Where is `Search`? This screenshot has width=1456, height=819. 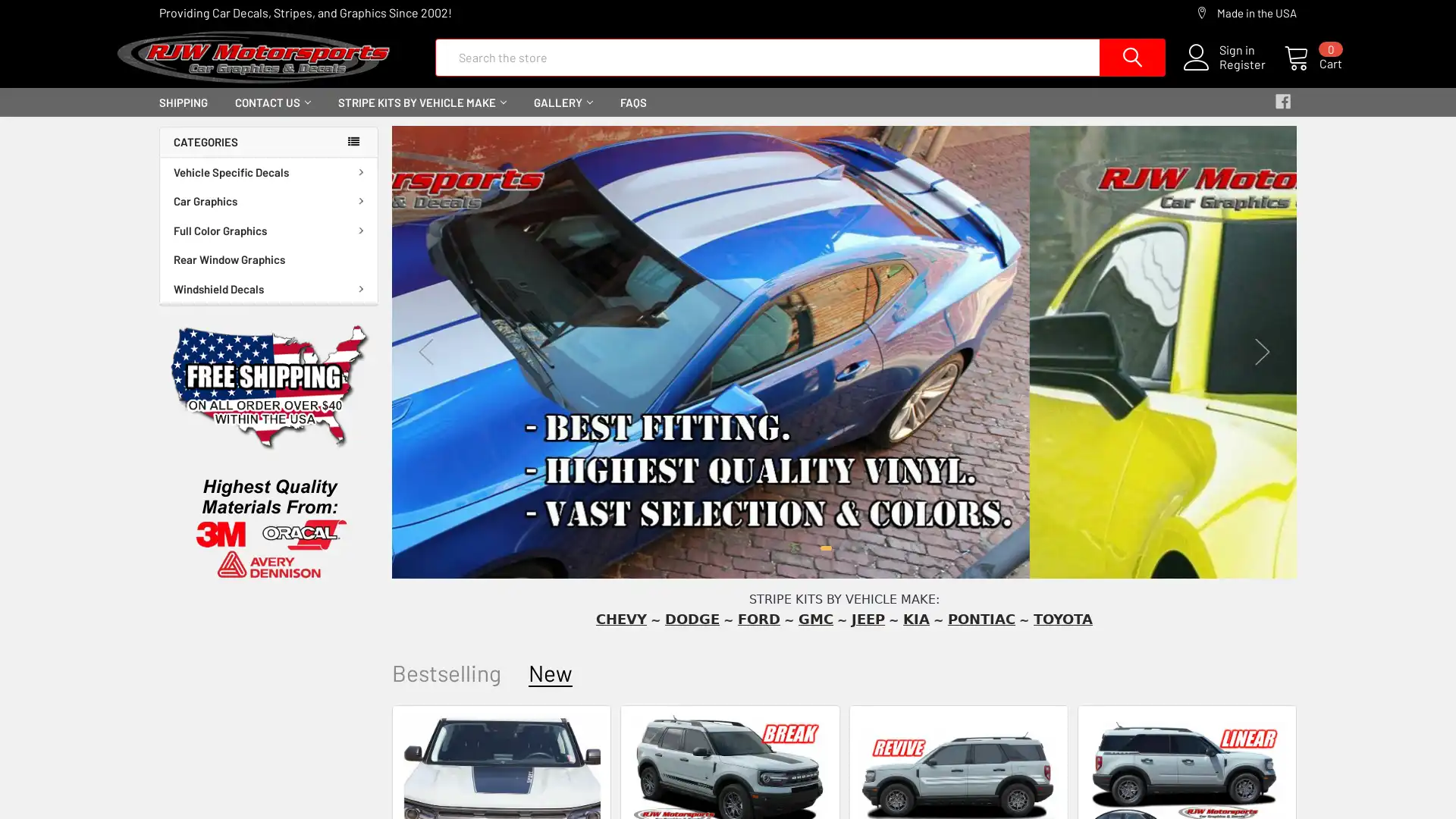 Search is located at coordinates (1074, 65).